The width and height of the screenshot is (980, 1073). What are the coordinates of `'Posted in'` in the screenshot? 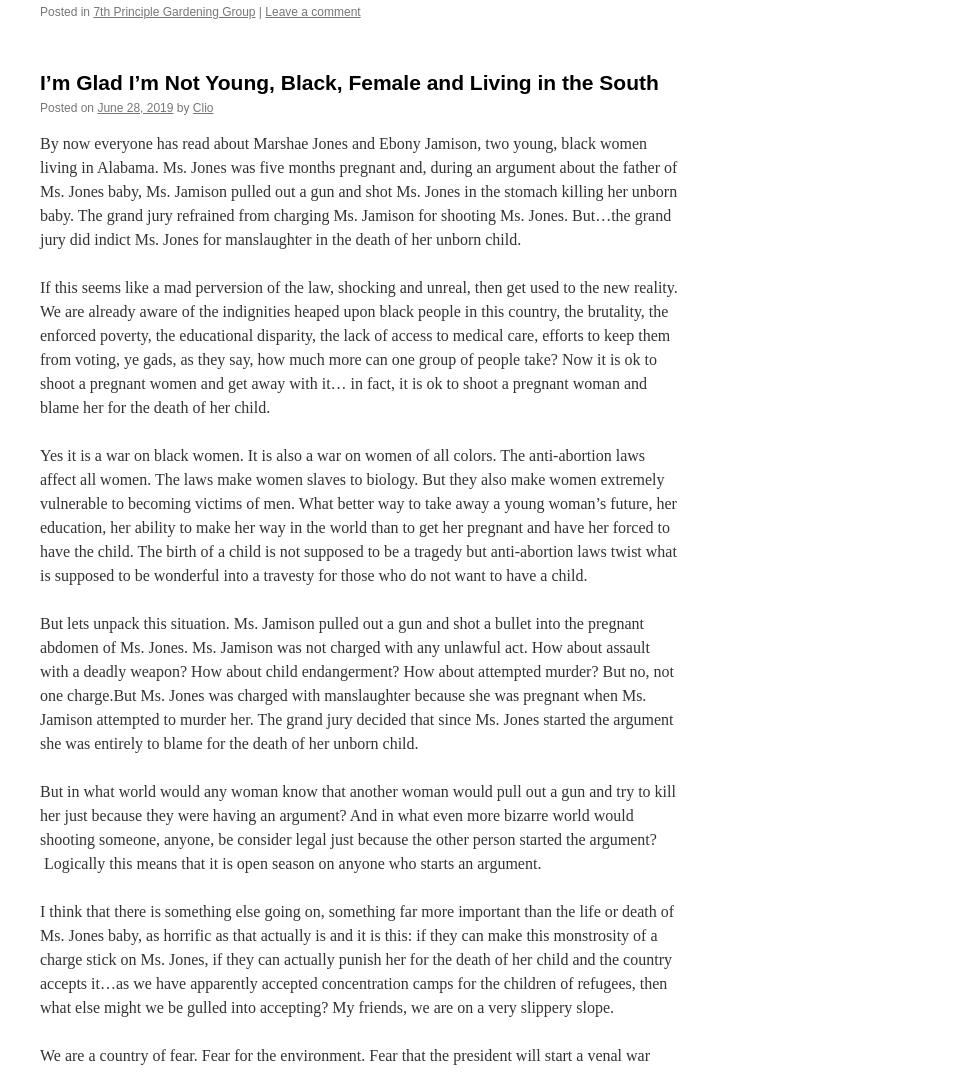 It's located at (64, 10).